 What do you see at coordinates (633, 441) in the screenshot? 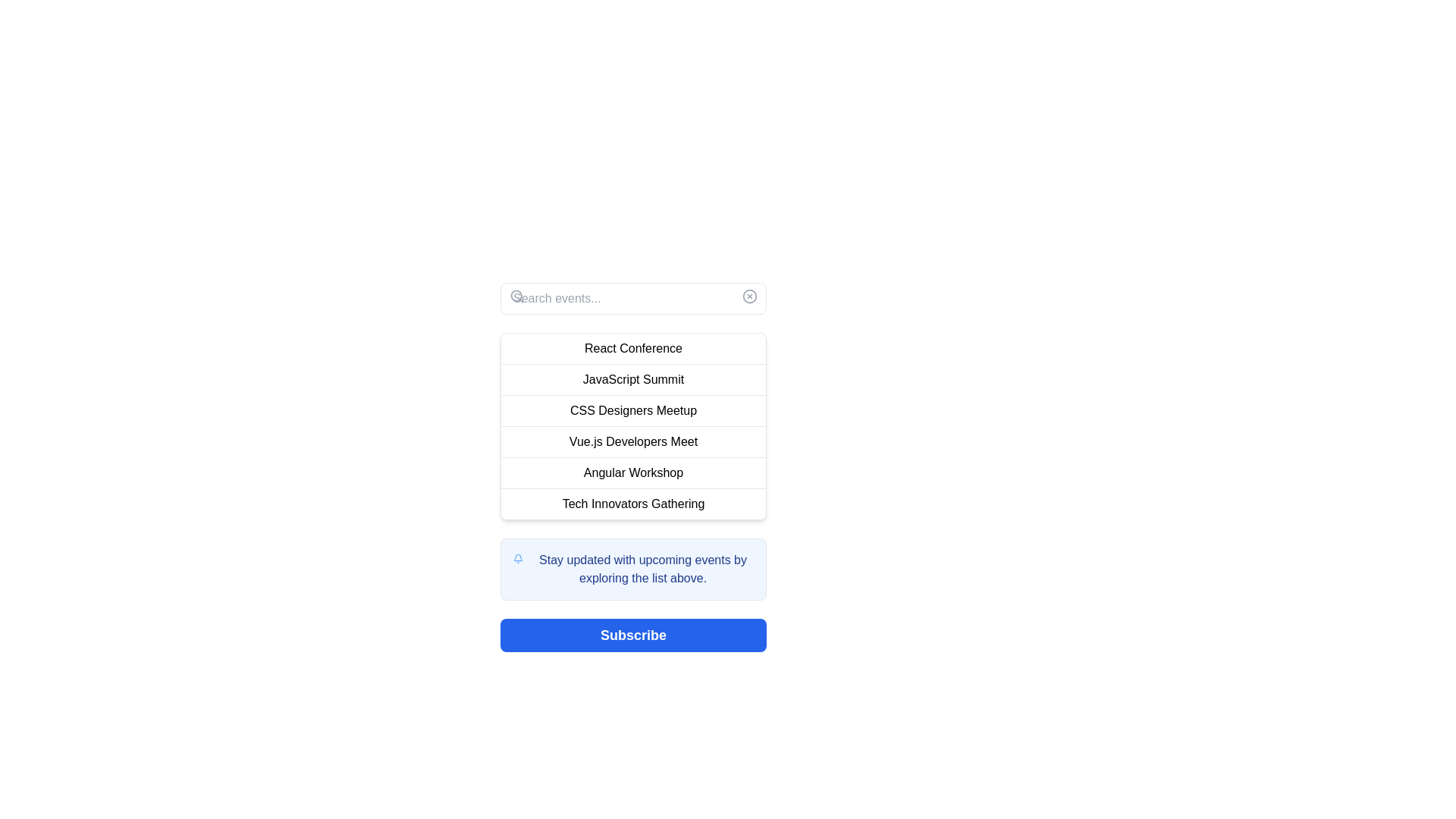
I see `to select the fourth entry in the event browsing list, which represents an event focused on Vue.js development, located below 'CSS Designers Meetup' and above 'Angular Workshop'` at bounding box center [633, 441].